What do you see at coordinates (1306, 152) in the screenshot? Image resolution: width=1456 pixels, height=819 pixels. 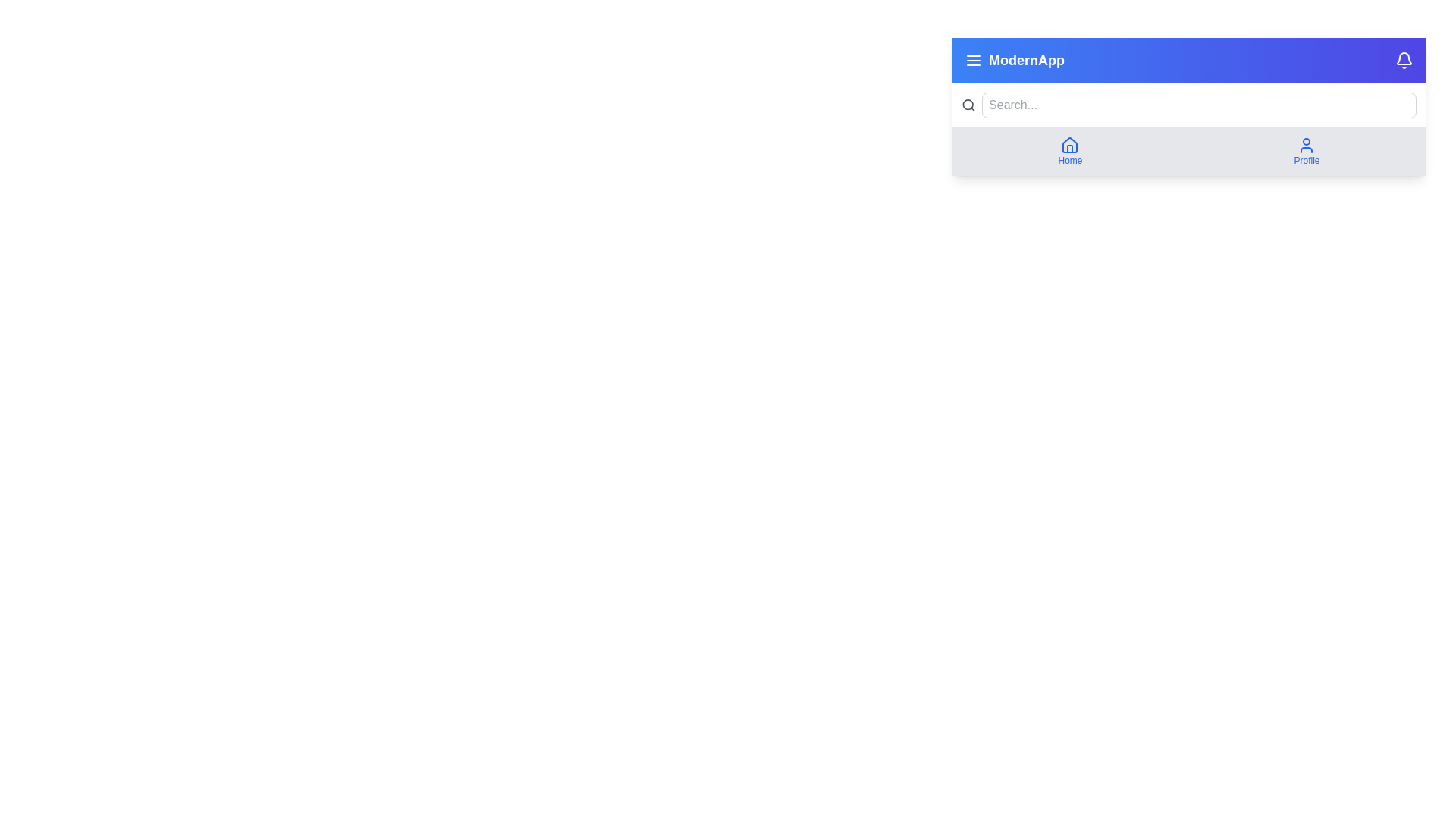 I see `the button located in the bottom-right section of the gray bar` at bounding box center [1306, 152].